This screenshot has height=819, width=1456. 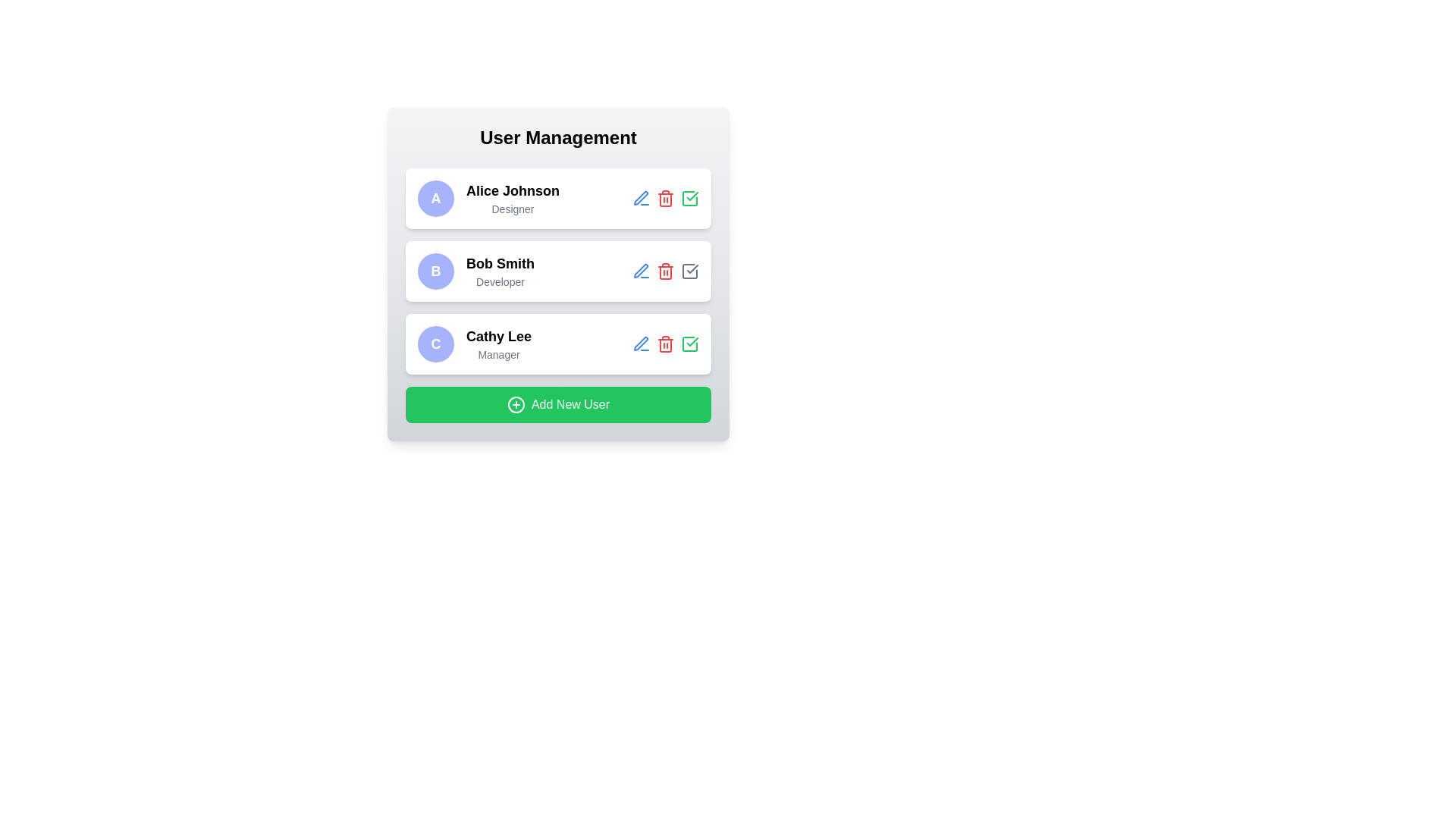 What do you see at coordinates (513, 209) in the screenshot?
I see `the text label element styled in small gray font containing the text 'Designer', located directly beneath the bolded name 'Alice Johnson' in the first user information card` at bounding box center [513, 209].